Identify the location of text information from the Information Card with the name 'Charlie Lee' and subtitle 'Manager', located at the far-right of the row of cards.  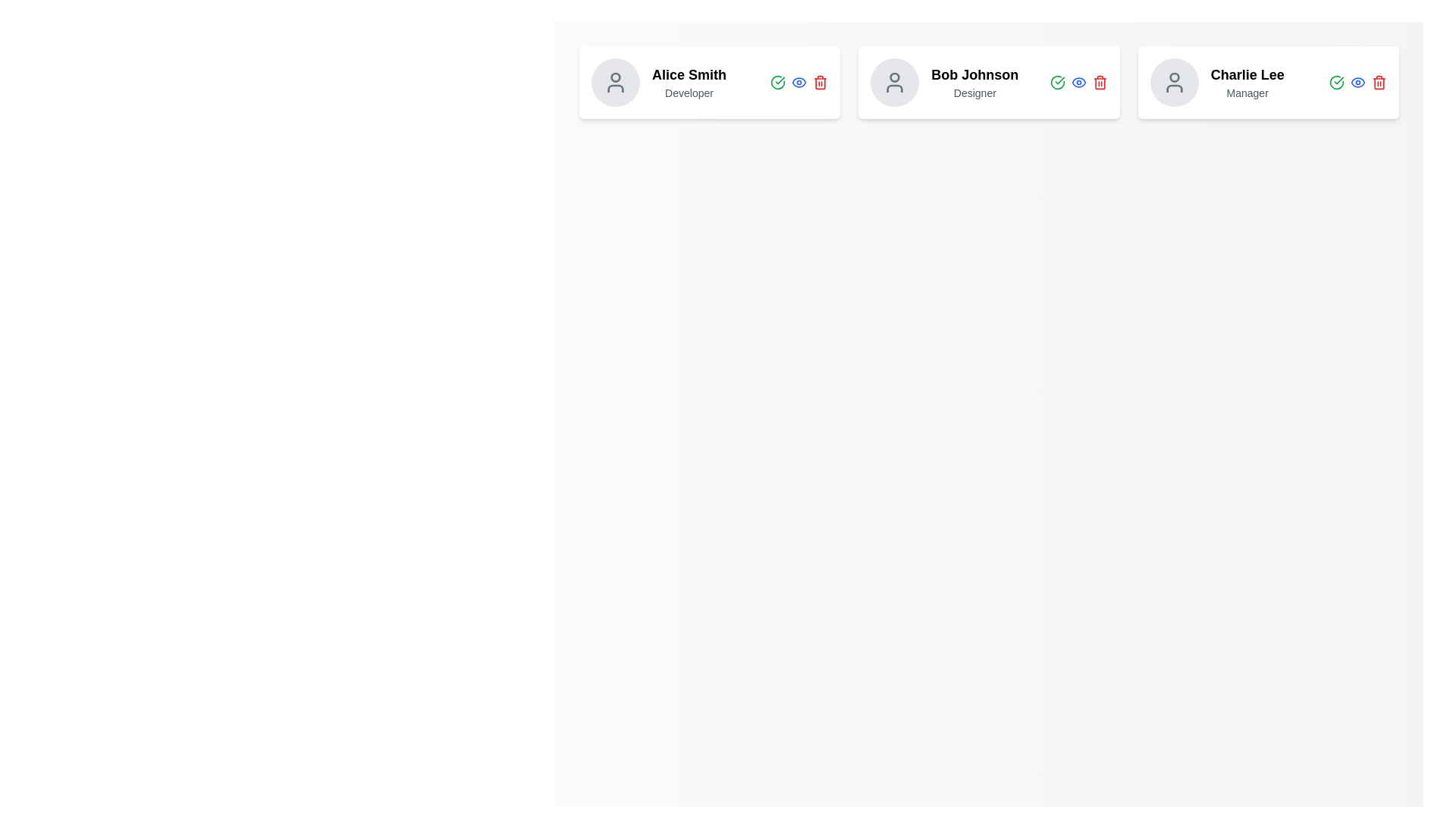
(1268, 82).